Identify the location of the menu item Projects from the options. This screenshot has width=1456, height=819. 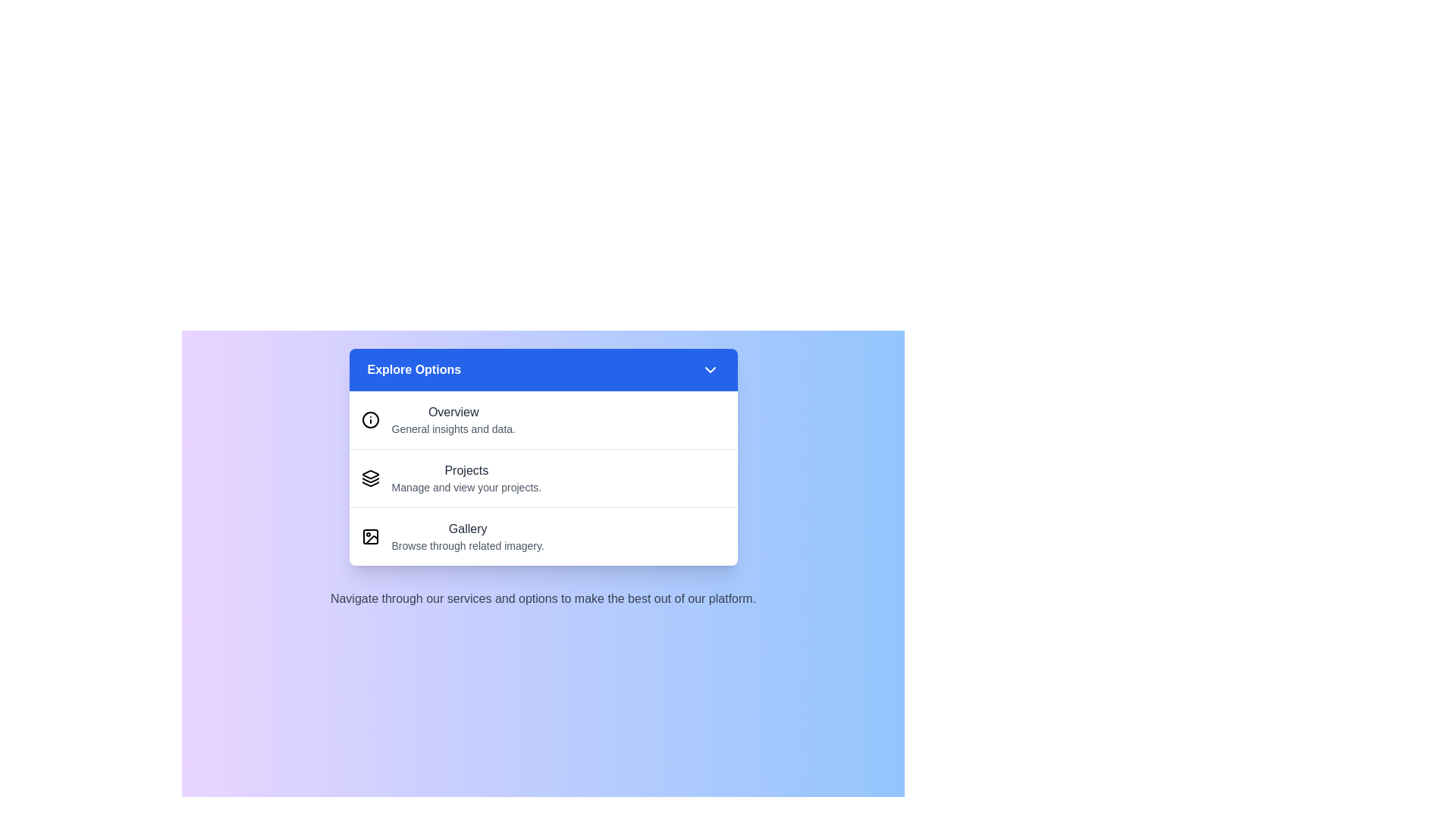
(465, 479).